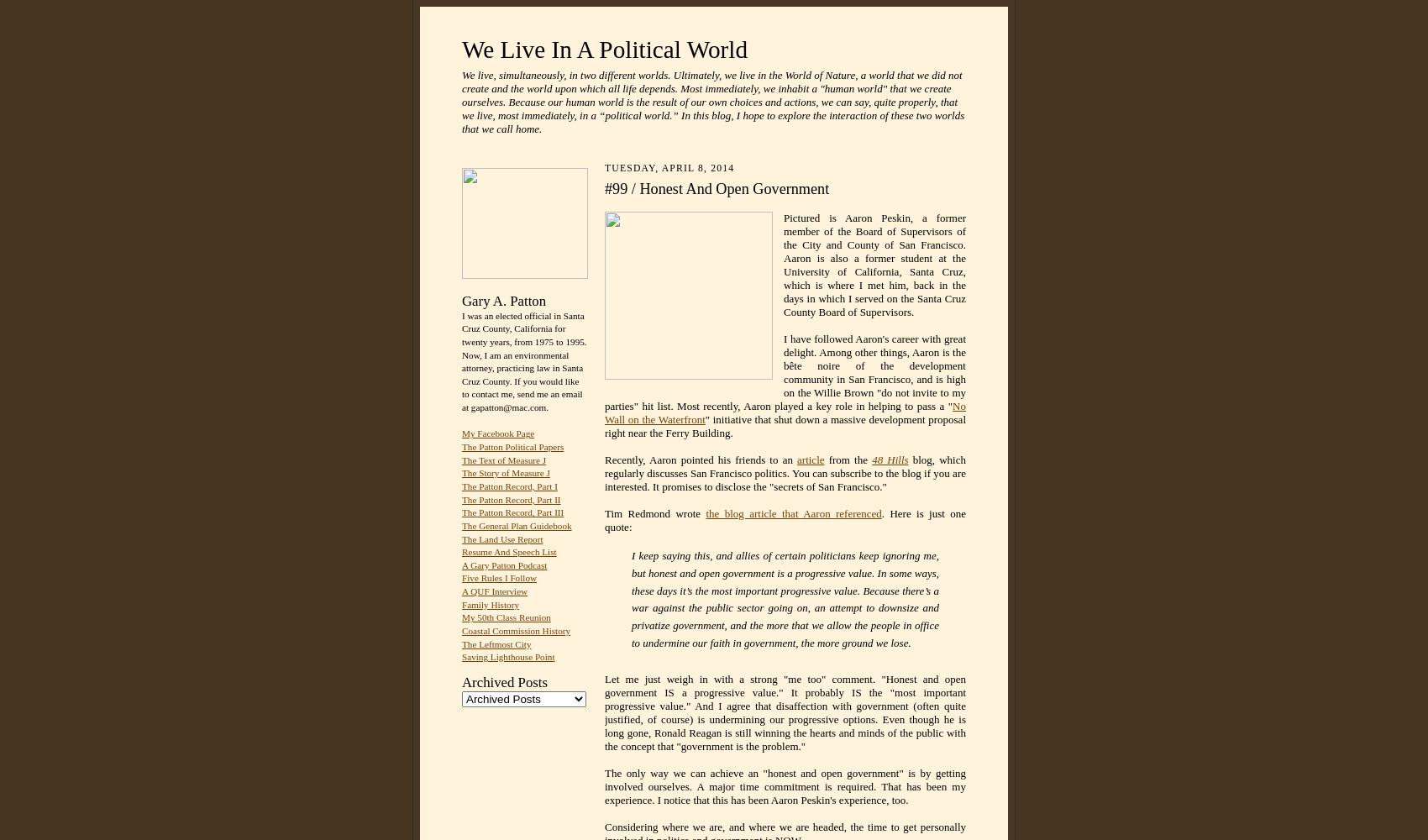  What do you see at coordinates (874, 264) in the screenshot?
I see `'Pictured is Aaron Peskin, a former member of the Board of Supervisors of the City and County of San Francisco. Aaron is also a former student at the University of California, Santa Cruz, which is where I met him, back in the days in which I served on the Santa Cruz County Board of Supervisors.'` at bounding box center [874, 264].